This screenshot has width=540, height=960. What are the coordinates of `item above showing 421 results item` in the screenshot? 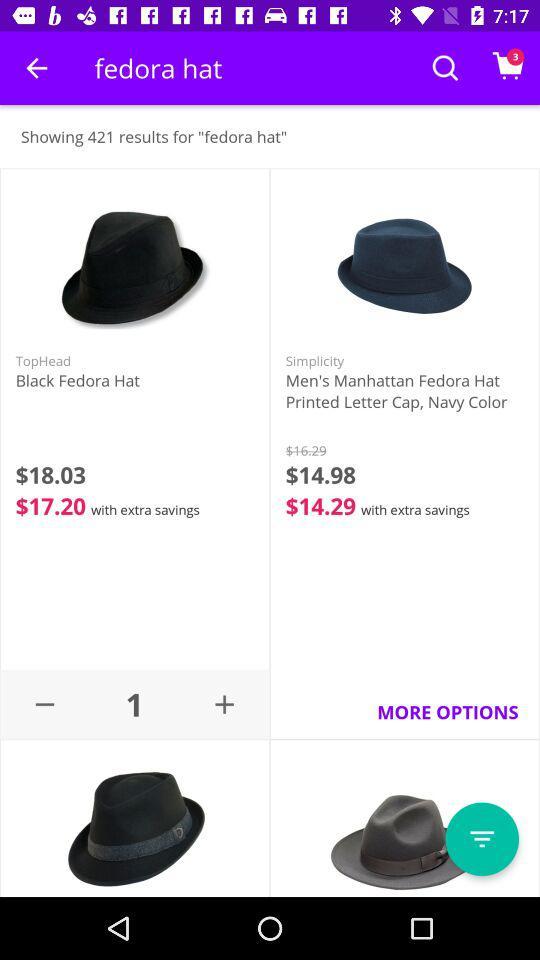 It's located at (36, 68).